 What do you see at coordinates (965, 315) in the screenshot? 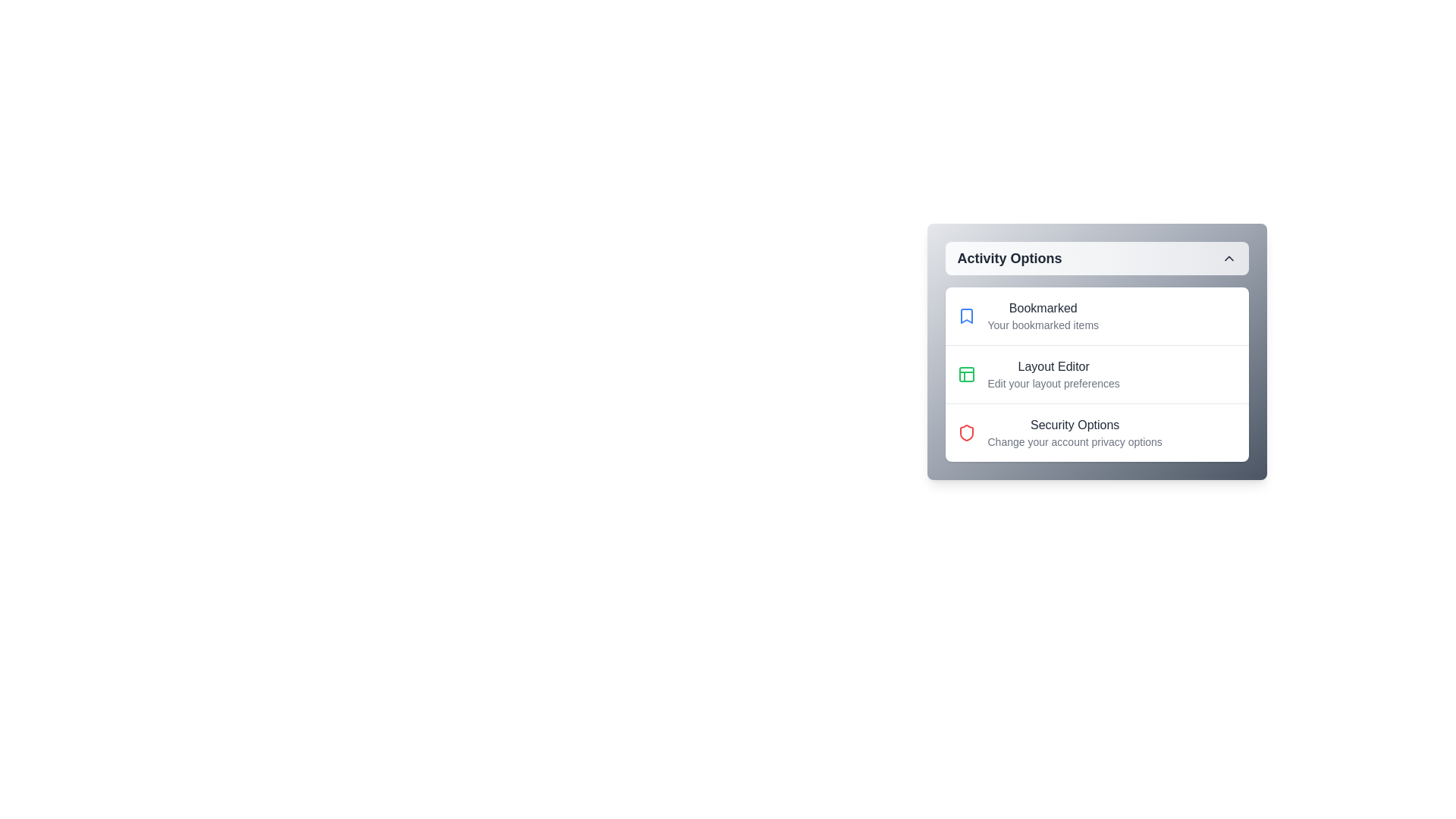
I see `the 'Bookmarked' icon located in the 'Activity Options' list, which is to the left of the text 'Bookmarked - Your bookmarked items'` at bounding box center [965, 315].